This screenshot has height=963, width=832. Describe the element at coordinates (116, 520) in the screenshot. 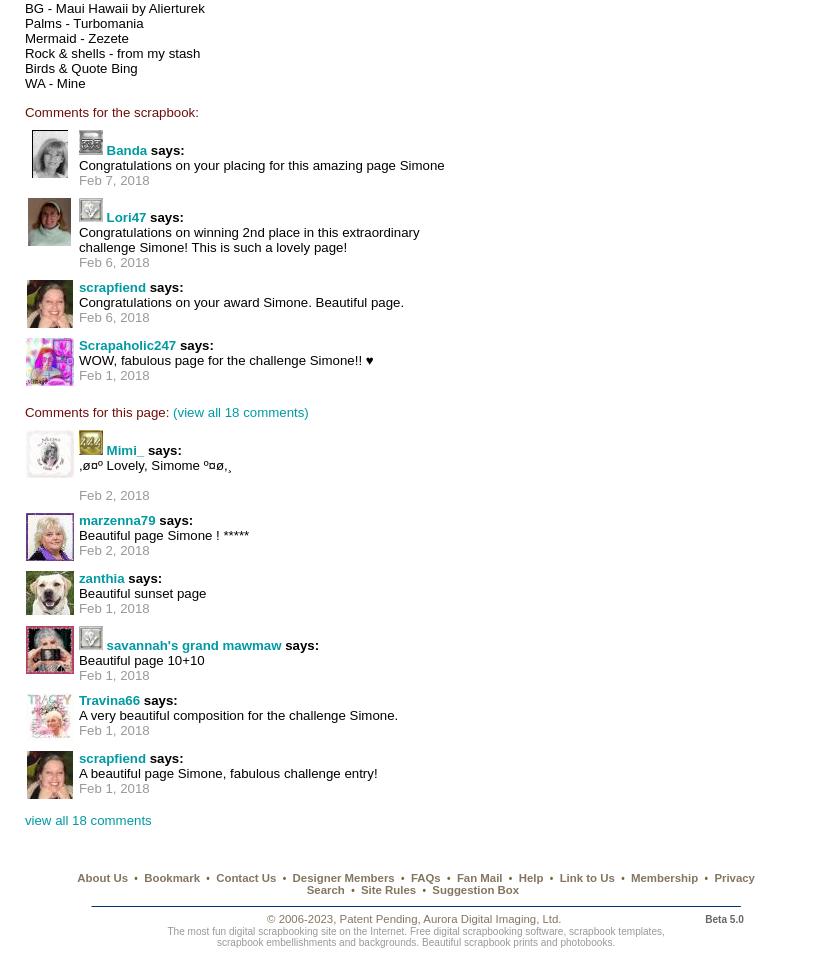

I see `'marzenna79'` at that location.